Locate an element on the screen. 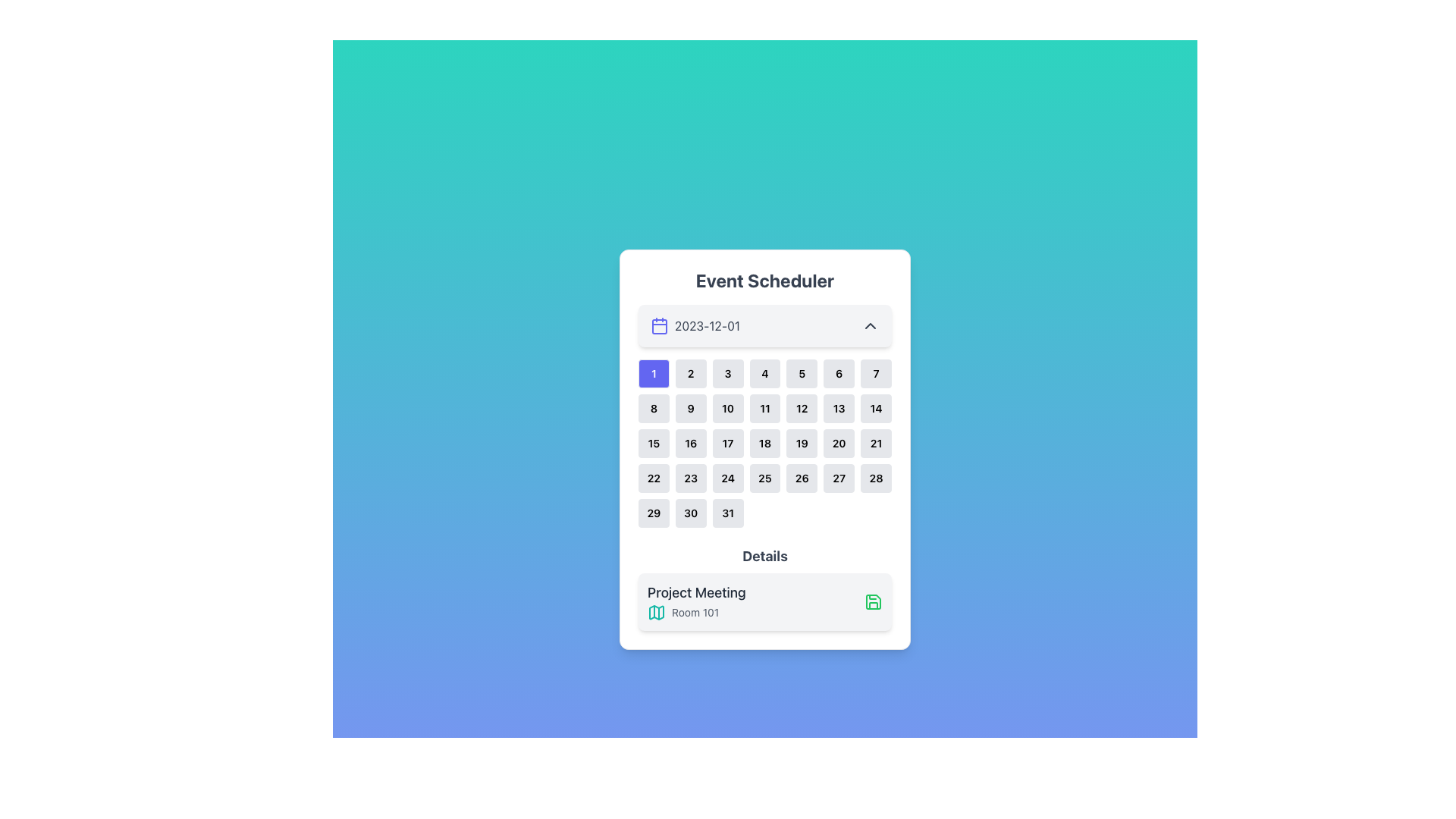 This screenshot has width=1456, height=819. the button representing the date '2' in the calendar interface is located at coordinates (690, 374).